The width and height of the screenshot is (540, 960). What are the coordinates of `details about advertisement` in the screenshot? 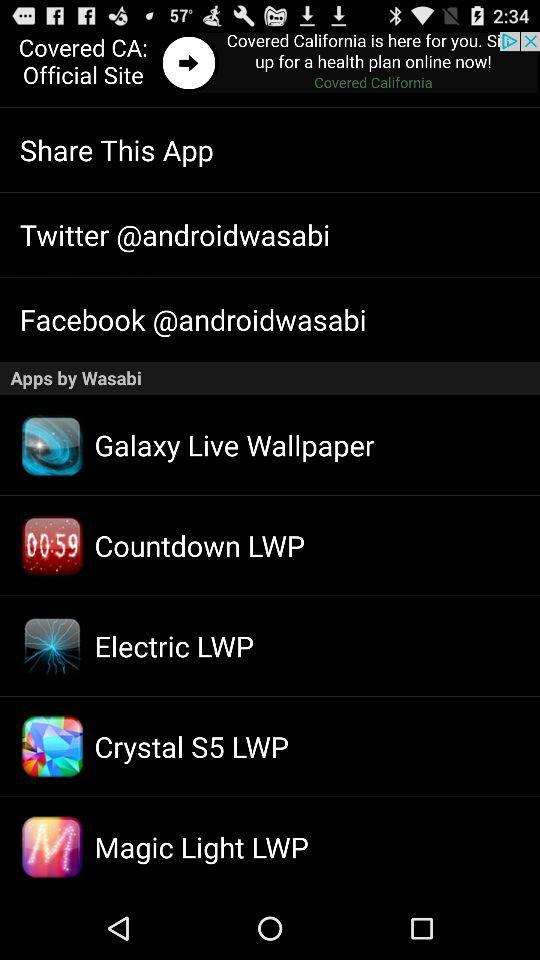 It's located at (270, 64).